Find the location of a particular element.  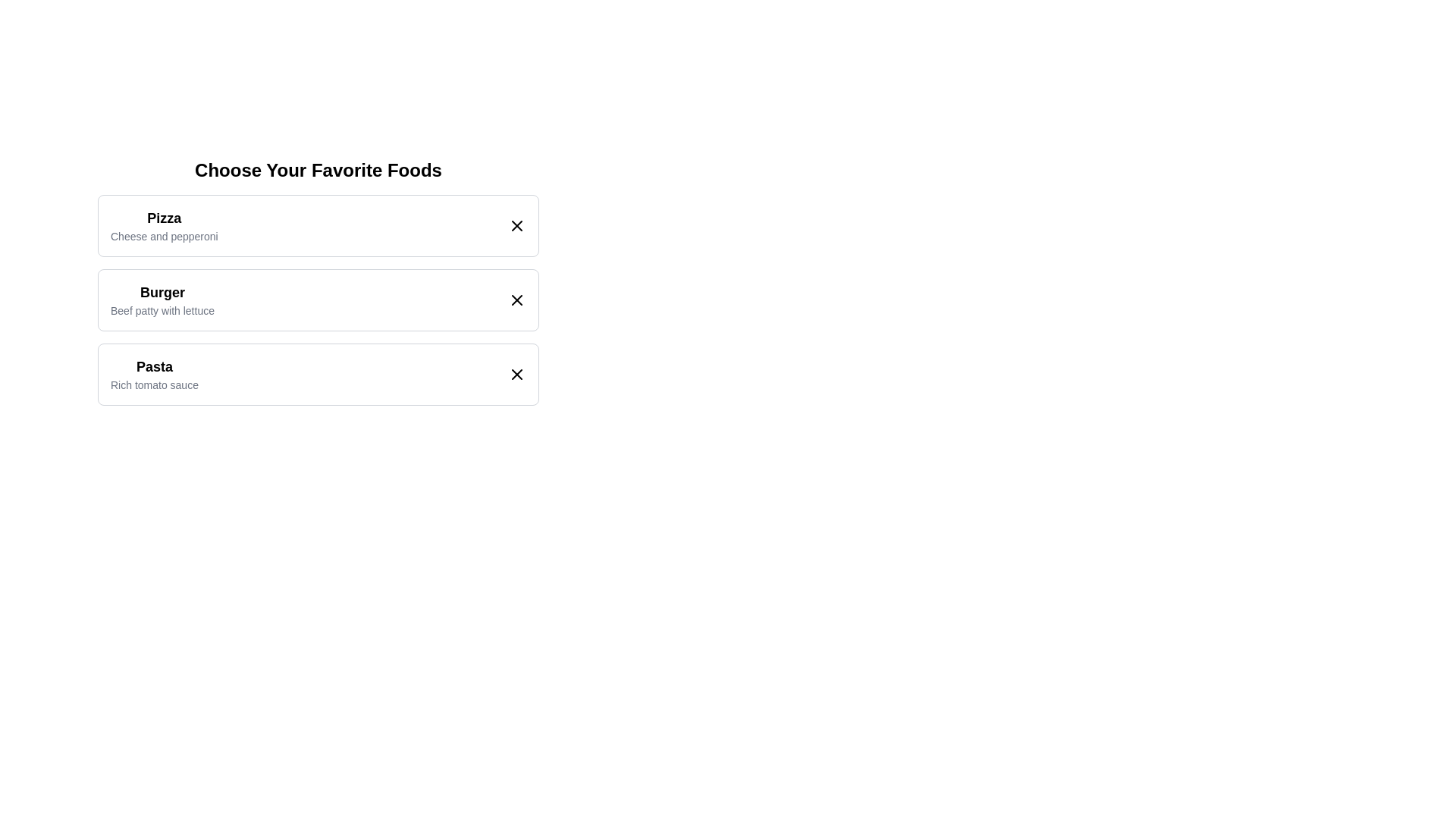

the Text Label that identifies the list entry as 'Burger' within the 'Choose Your Favorite Foods' list is located at coordinates (162, 292).